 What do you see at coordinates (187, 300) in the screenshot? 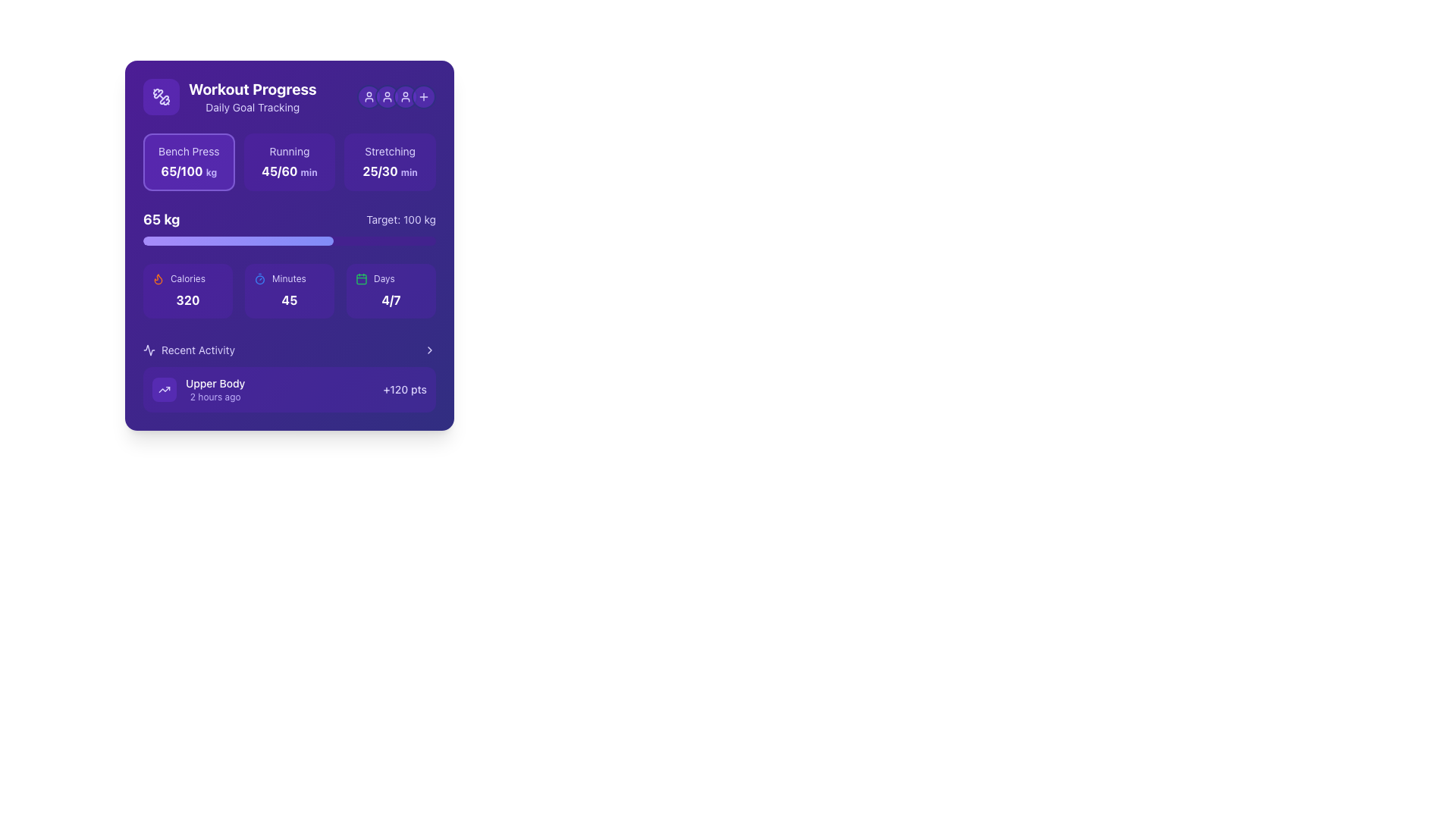
I see `the text label displaying the calorie count in the lower-left section of the 'Workout Progress' purple card, located below the 'Calories' text and flame icon` at bounding box center [187, 300].